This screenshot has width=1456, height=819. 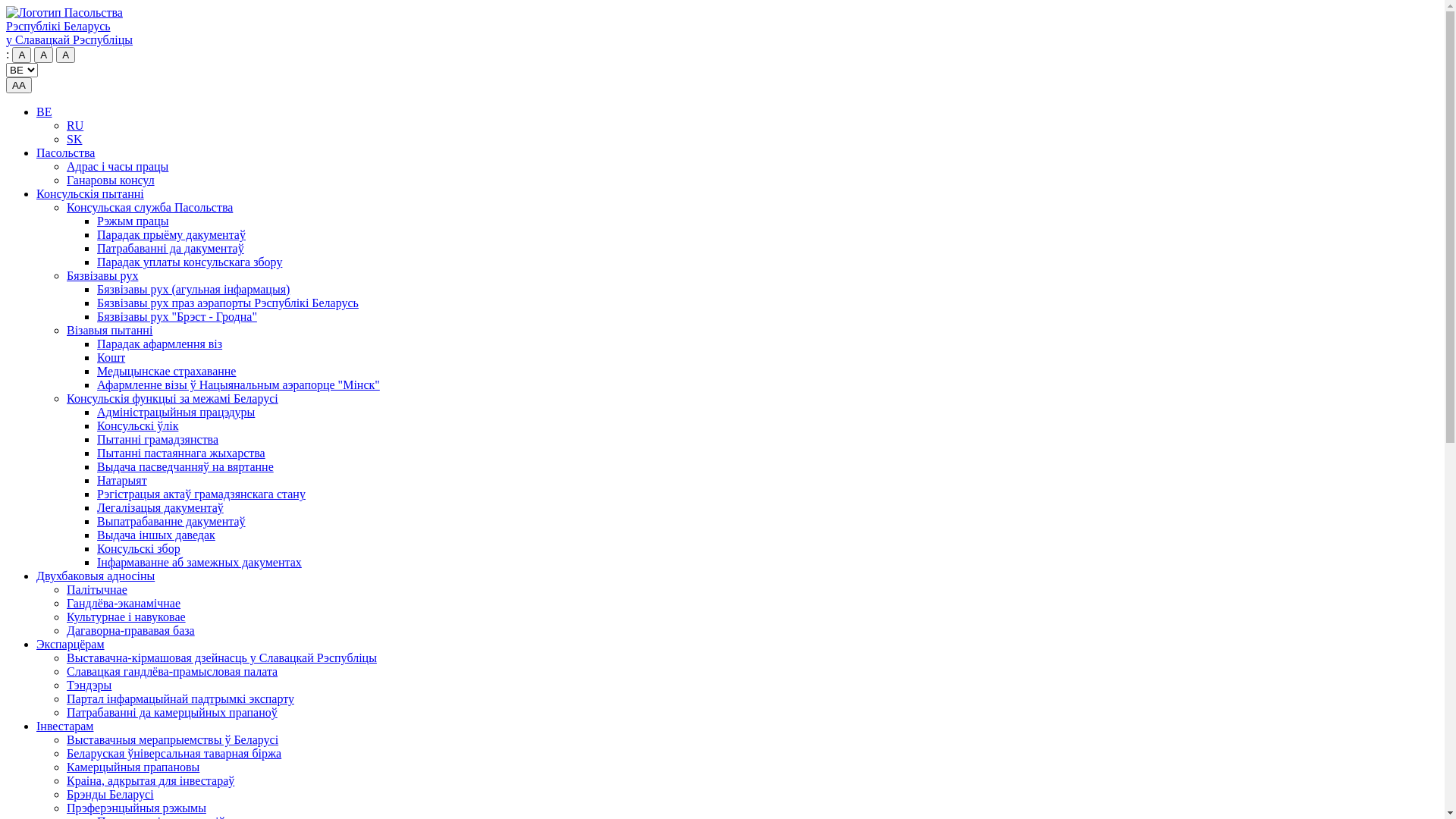 What do you see at coordinates (73, 139) in the screenshot?
I see `'SK'` at bounding box center [73, 139].